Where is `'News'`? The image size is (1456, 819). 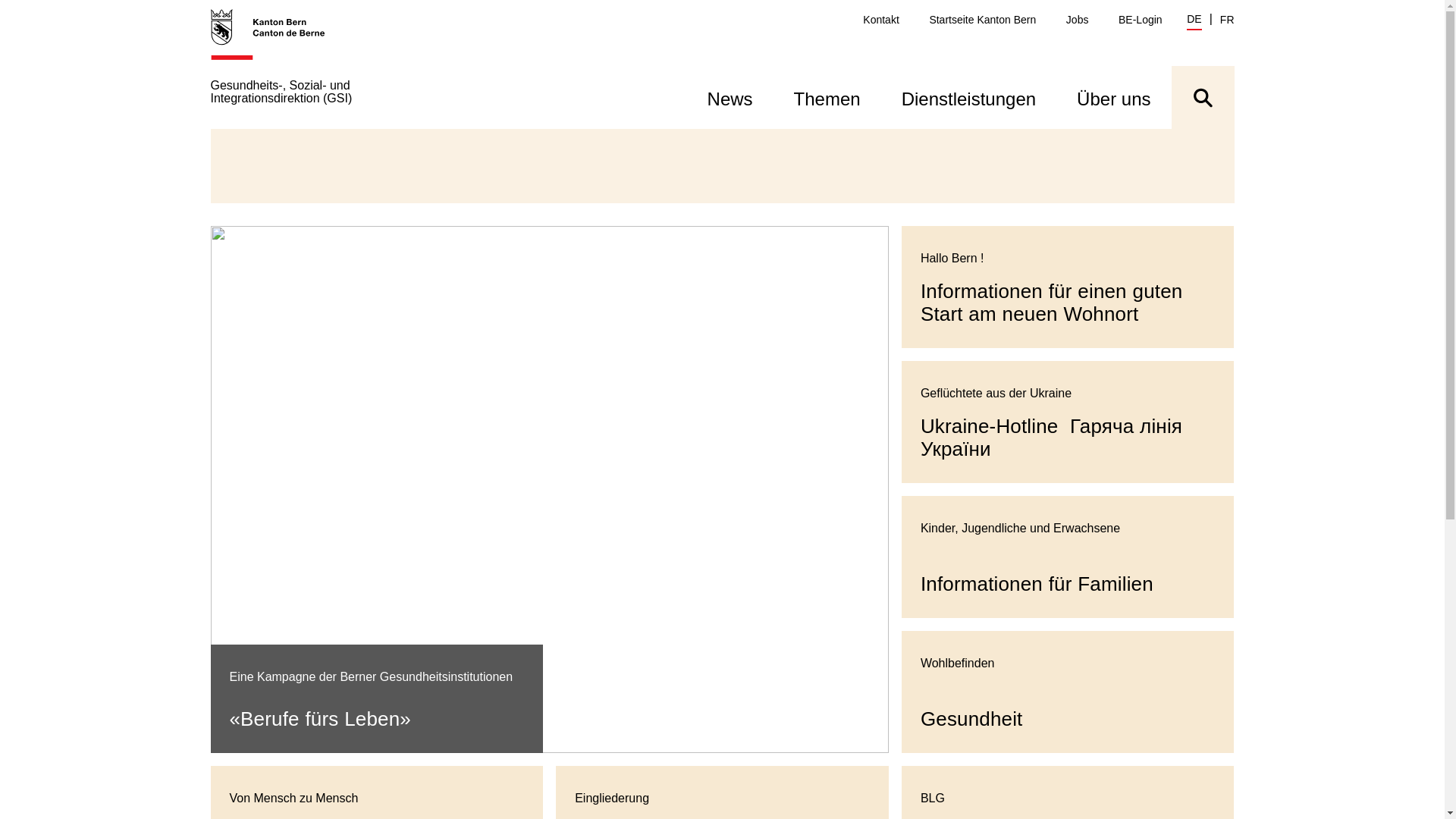 'News' is located at coordinates (730, 97).